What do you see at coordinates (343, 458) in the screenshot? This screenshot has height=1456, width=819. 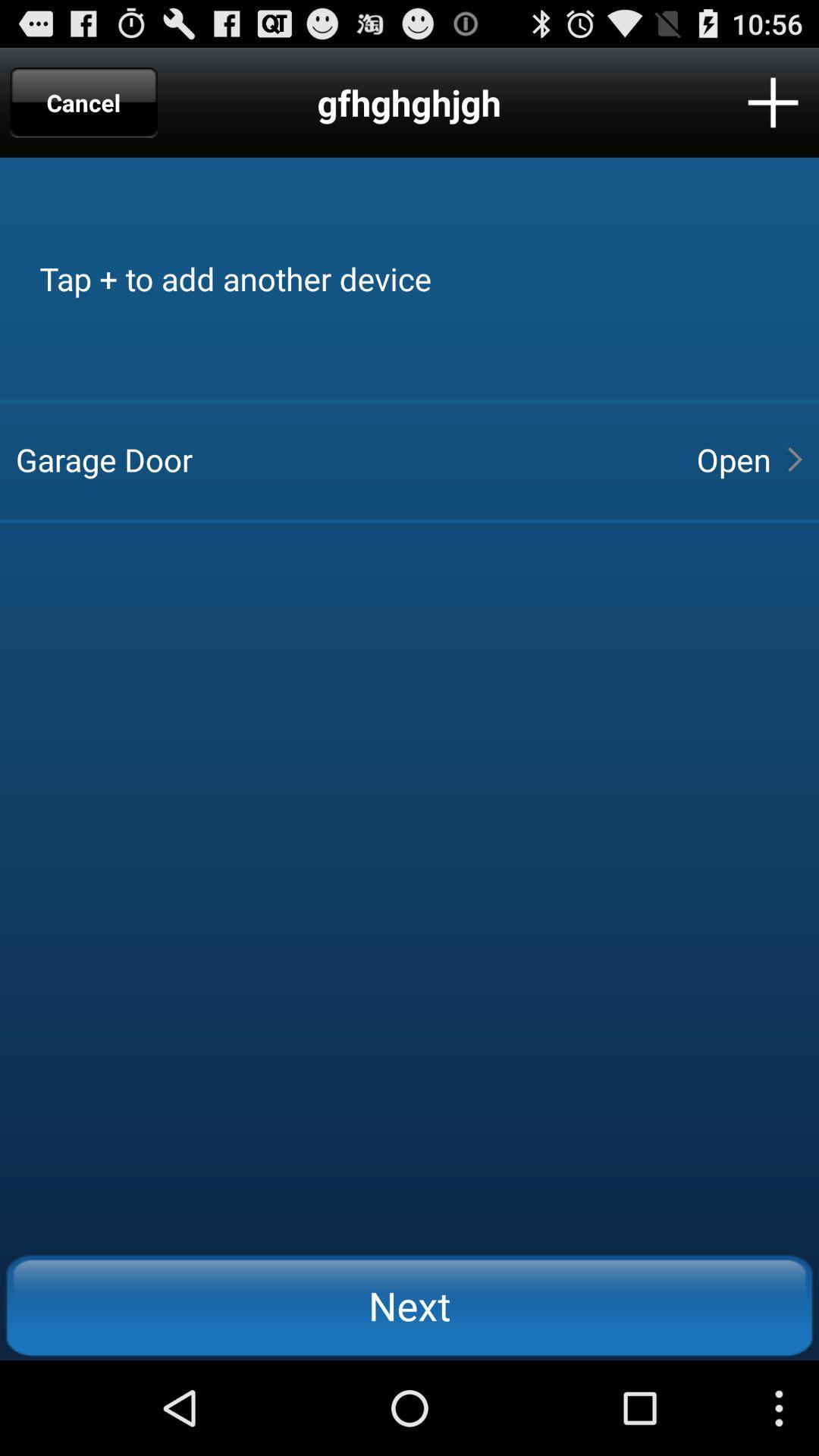 I see `item above the next button` at bounding box center [343, 458].